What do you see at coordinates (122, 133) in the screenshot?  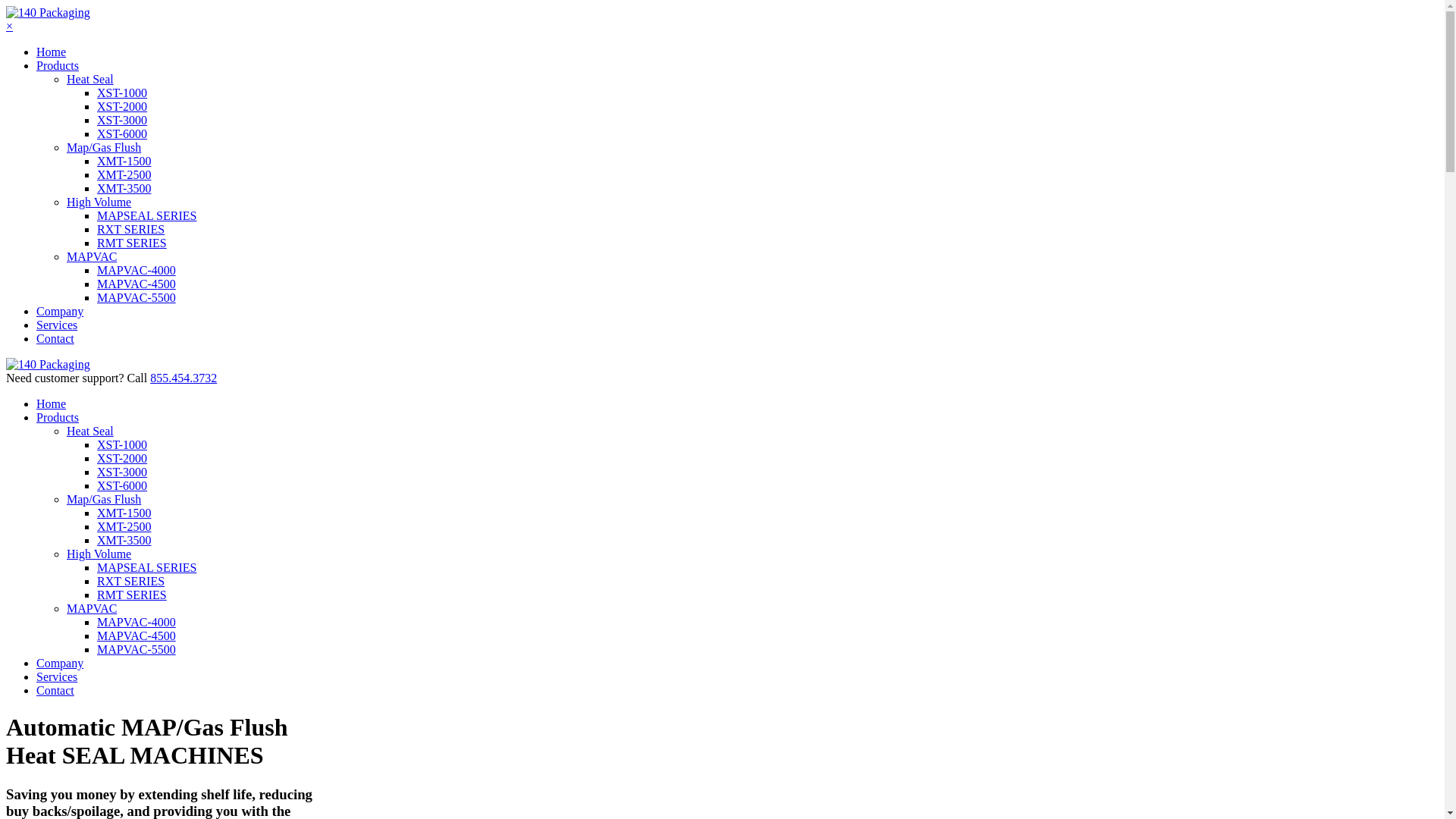 I see `'XST-6000'` at bounding box center [122, 133].